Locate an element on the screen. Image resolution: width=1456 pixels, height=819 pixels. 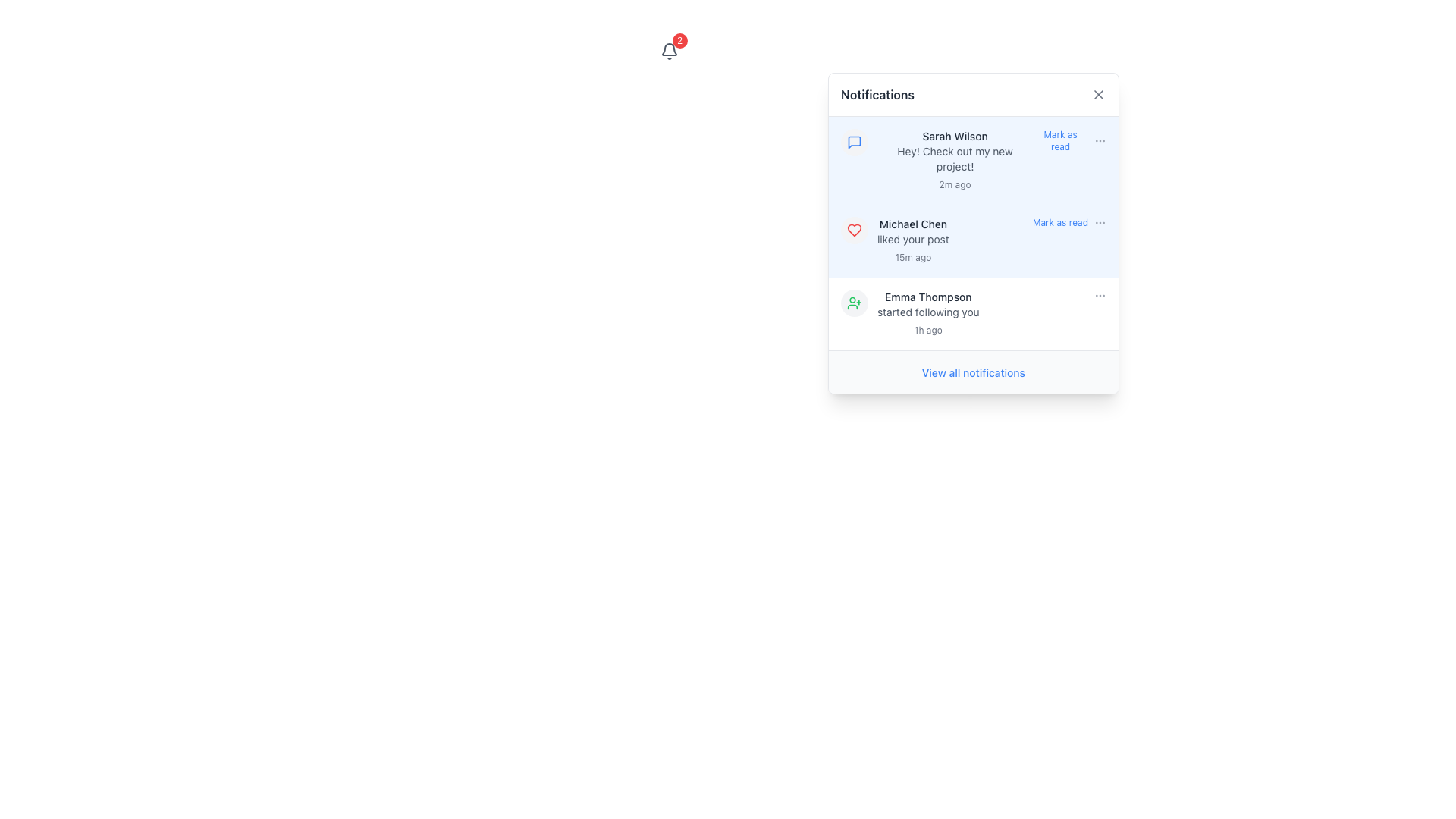
the notification icon indicating that 'Emma Thompson started following you 1h ago', which is located at the top-left corner of the notification item is located at coordinates (855, 303).